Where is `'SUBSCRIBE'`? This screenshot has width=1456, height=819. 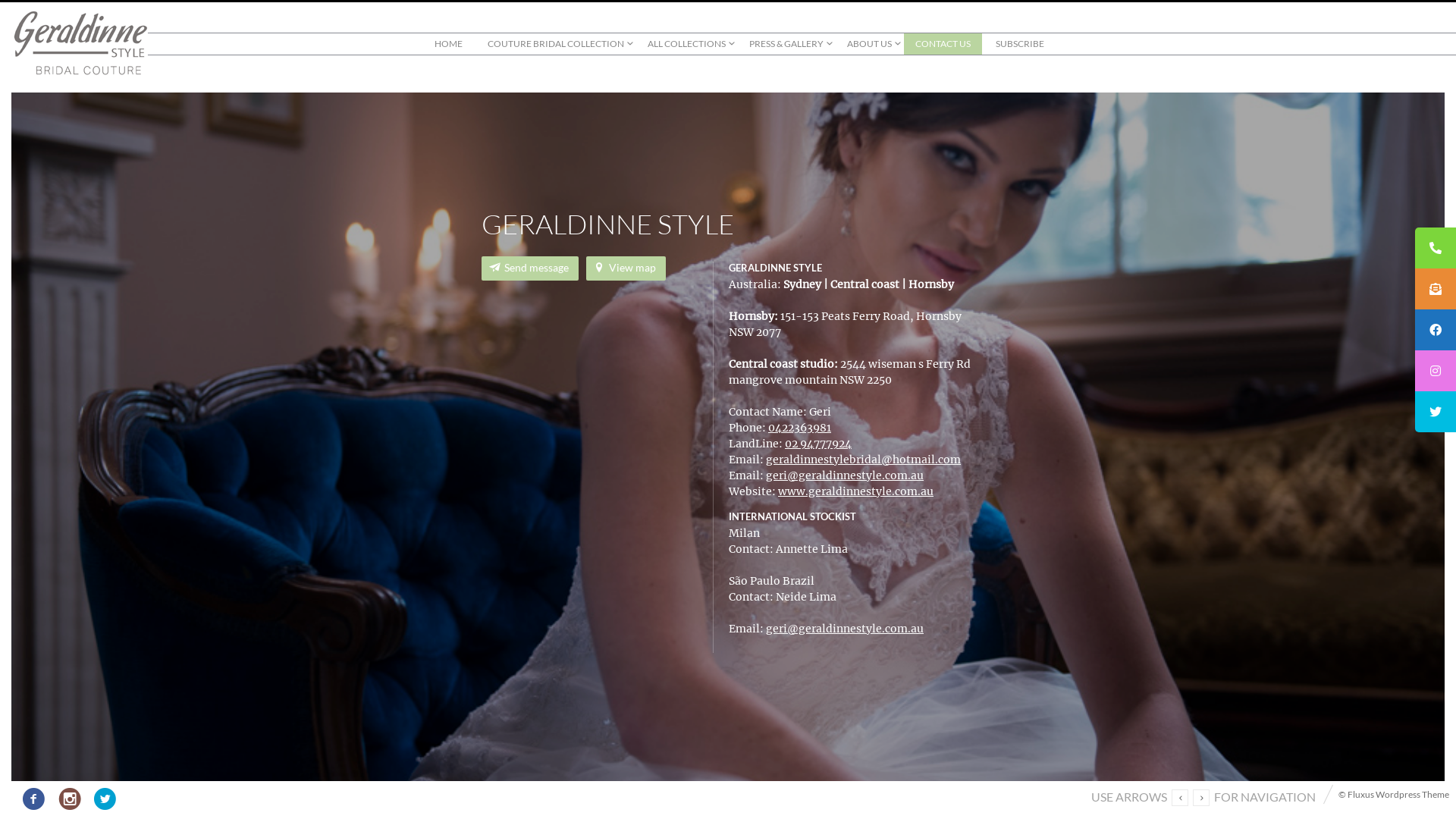
'SUBSCRIBE' is located at coordinates (1019, 42).